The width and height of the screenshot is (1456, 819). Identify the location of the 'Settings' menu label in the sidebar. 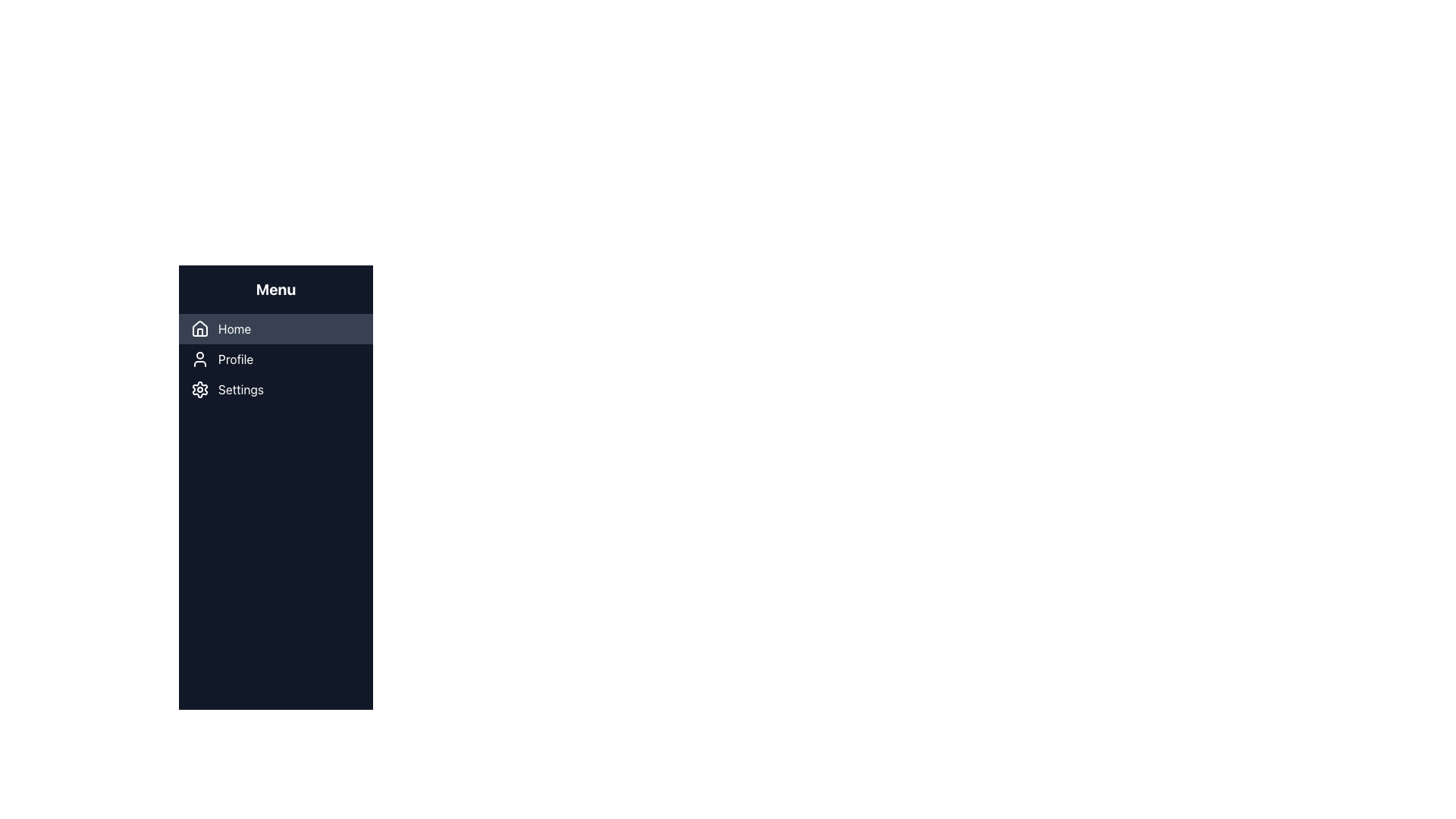
(240, 388).